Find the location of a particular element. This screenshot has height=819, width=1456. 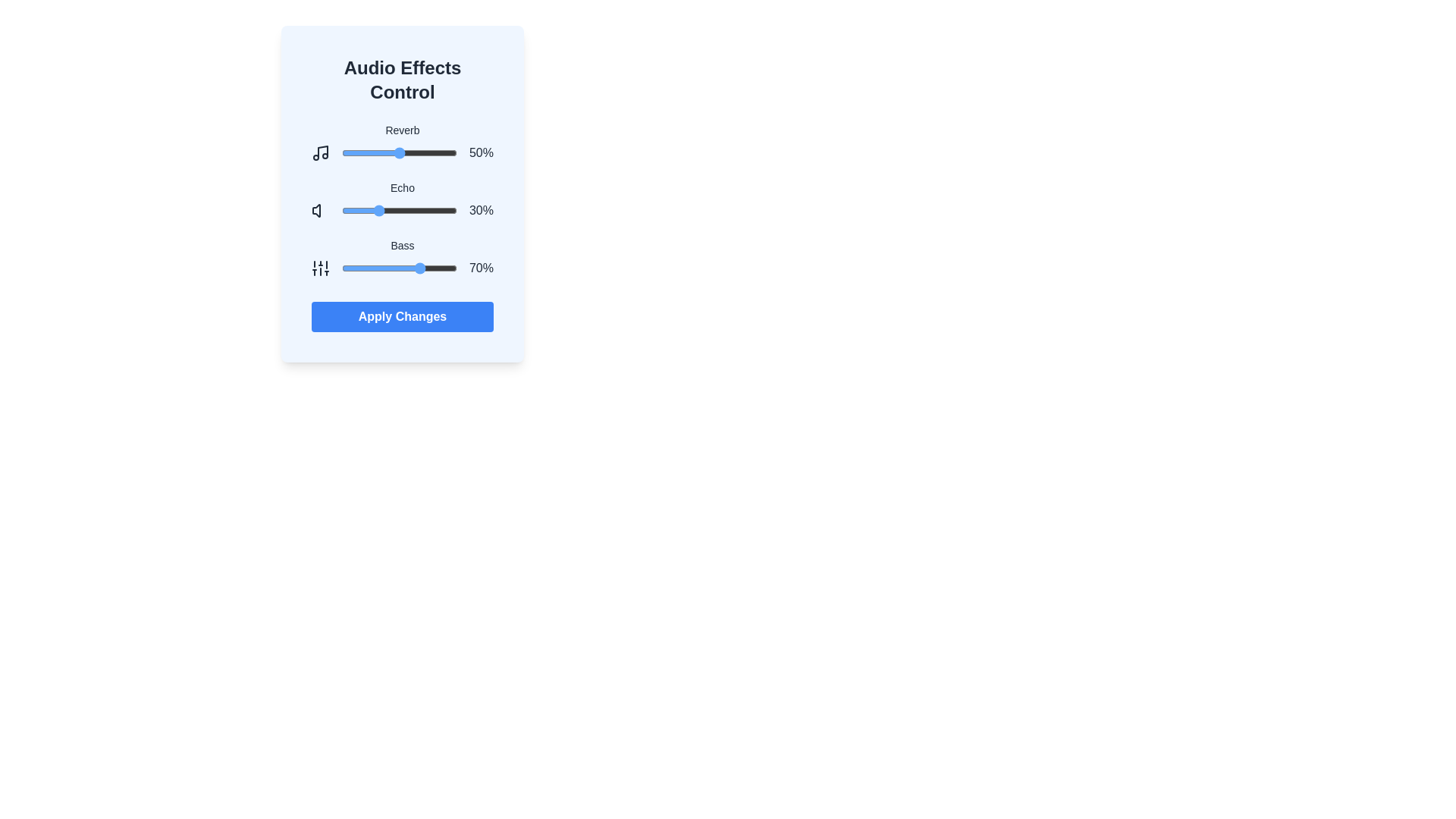

the reverb level is located at coordinates (392, 152).